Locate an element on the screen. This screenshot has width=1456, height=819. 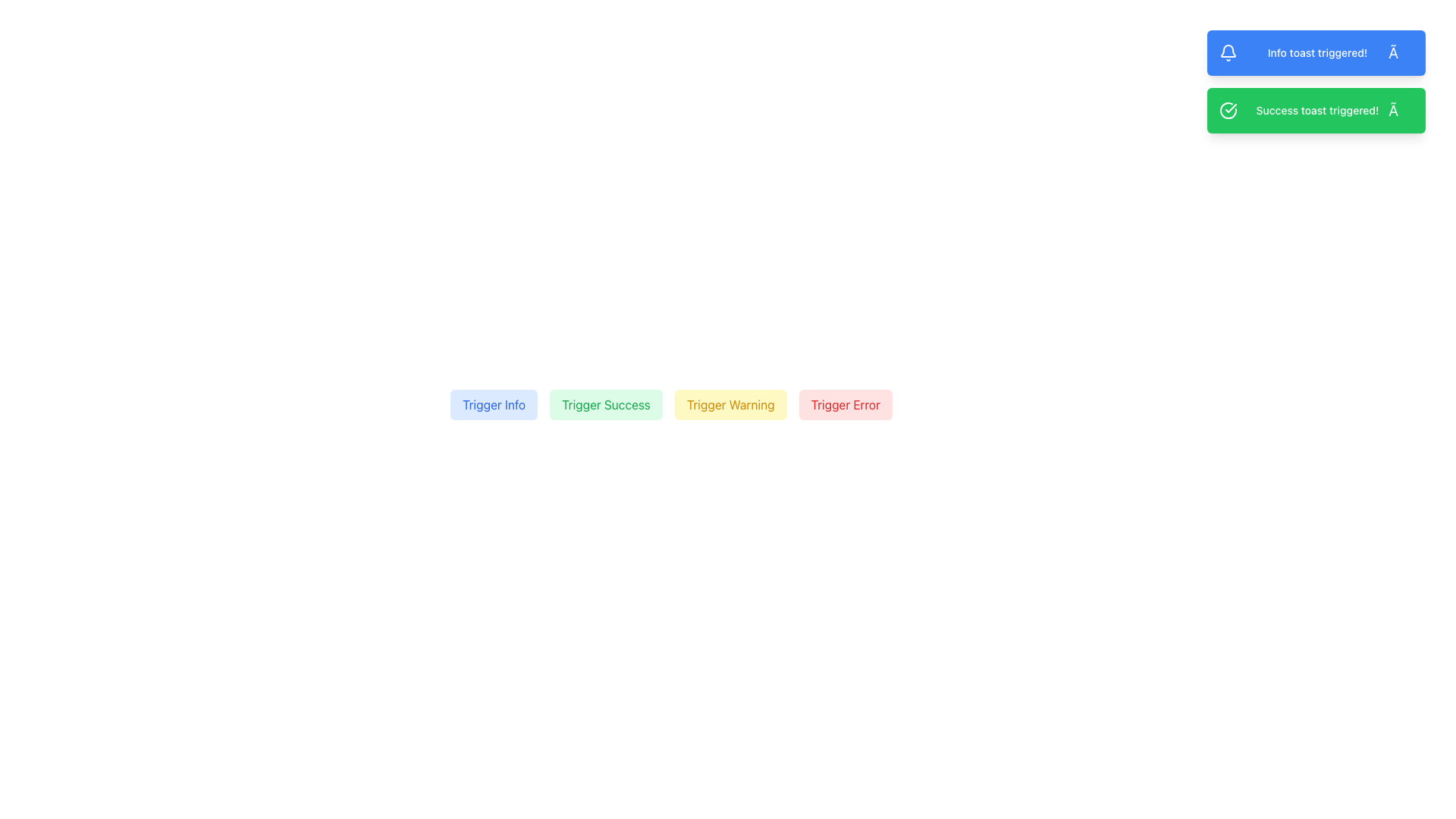
the appearance of the notification bell icon located on the left side of the notification banner with the text 'Info toast triggered!' is located at coordinates (1228, 52).